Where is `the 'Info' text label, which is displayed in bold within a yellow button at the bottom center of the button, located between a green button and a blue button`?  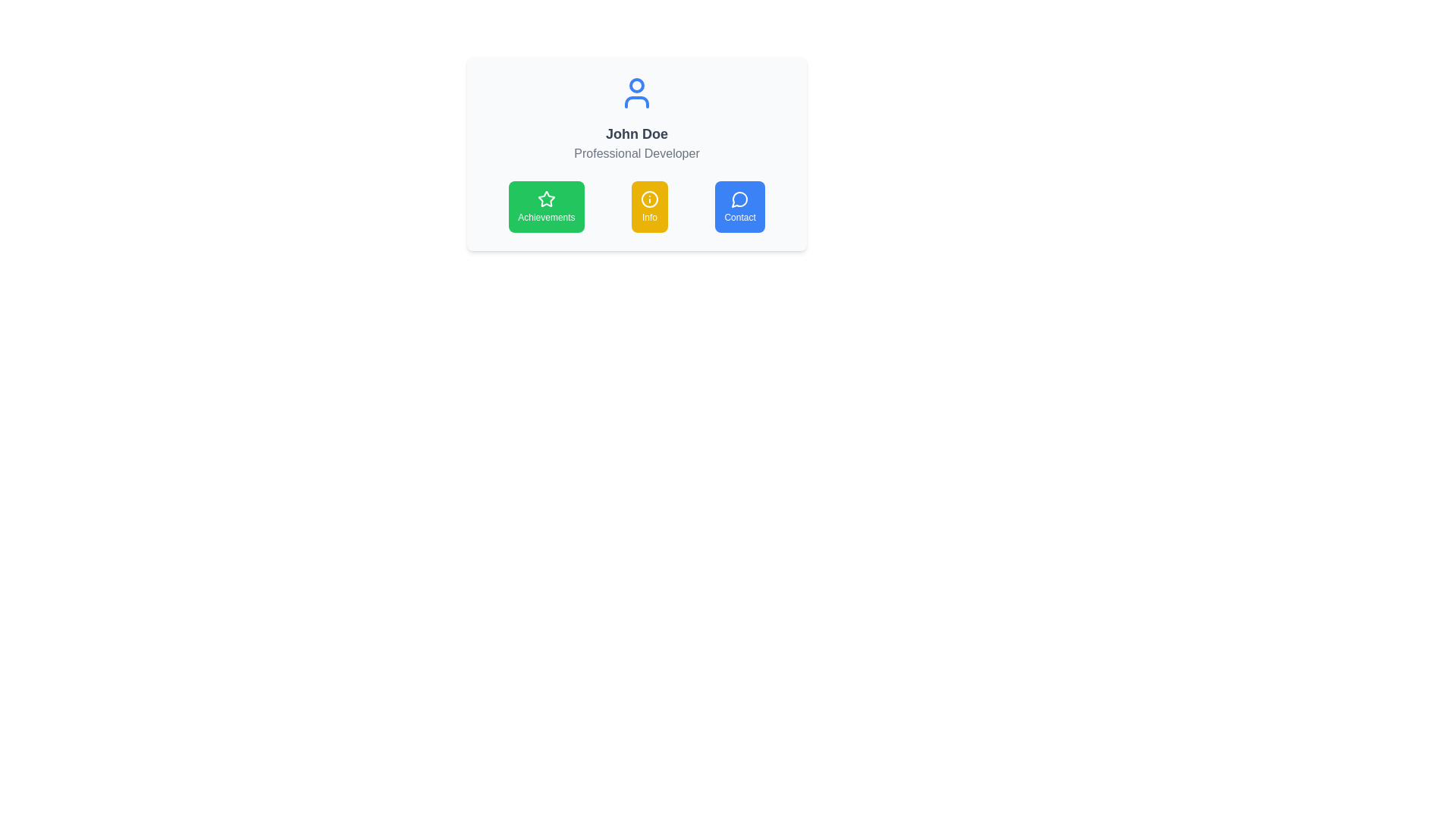
the 'Info' text label, which is displayed in bold within a yellow button at the bottom center of the button, located between a green button and a blue button is located at coordinates (649, 217).